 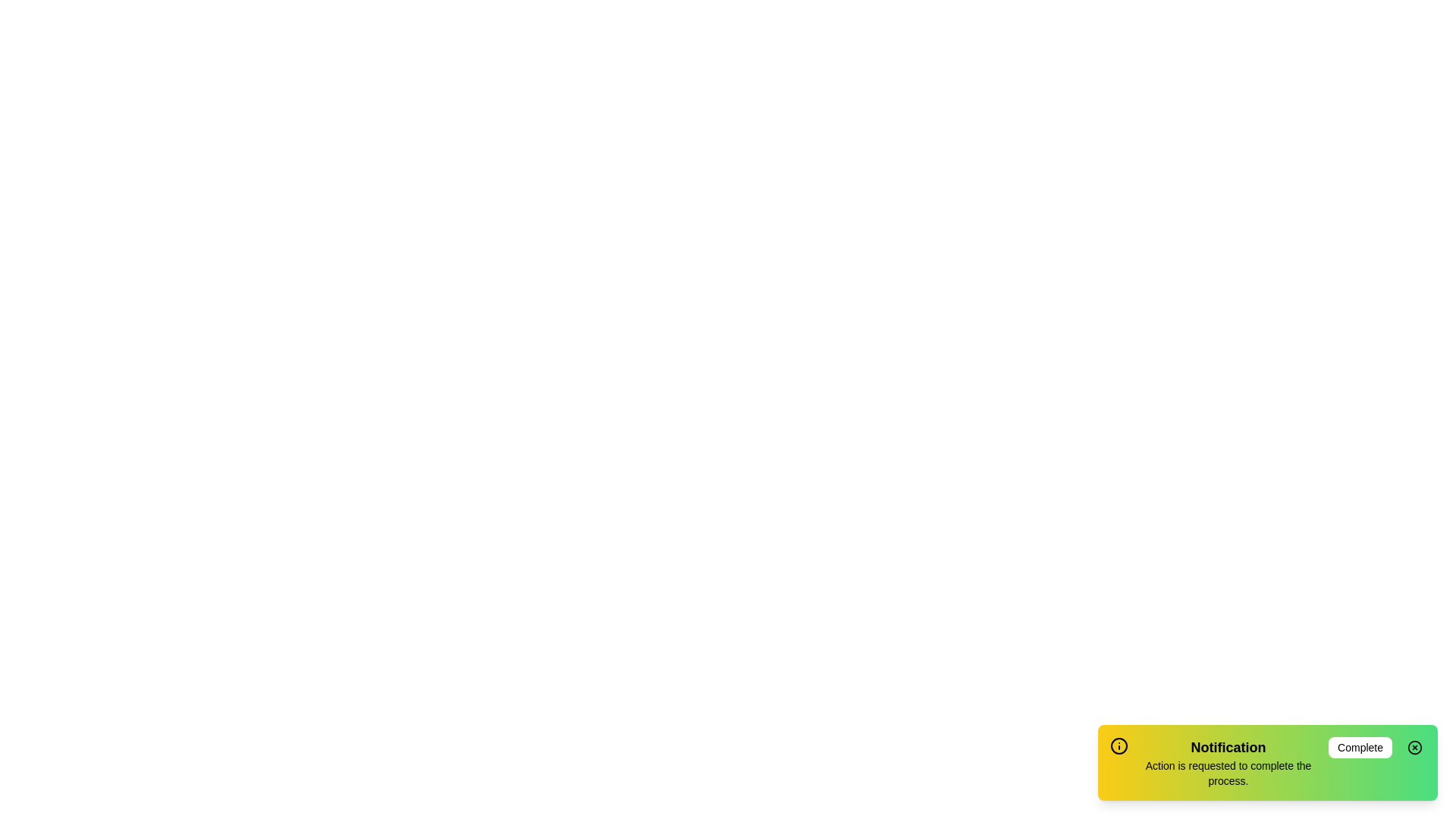 I want to click on the info icon to inspect its details, so click(x=1119, y=745).